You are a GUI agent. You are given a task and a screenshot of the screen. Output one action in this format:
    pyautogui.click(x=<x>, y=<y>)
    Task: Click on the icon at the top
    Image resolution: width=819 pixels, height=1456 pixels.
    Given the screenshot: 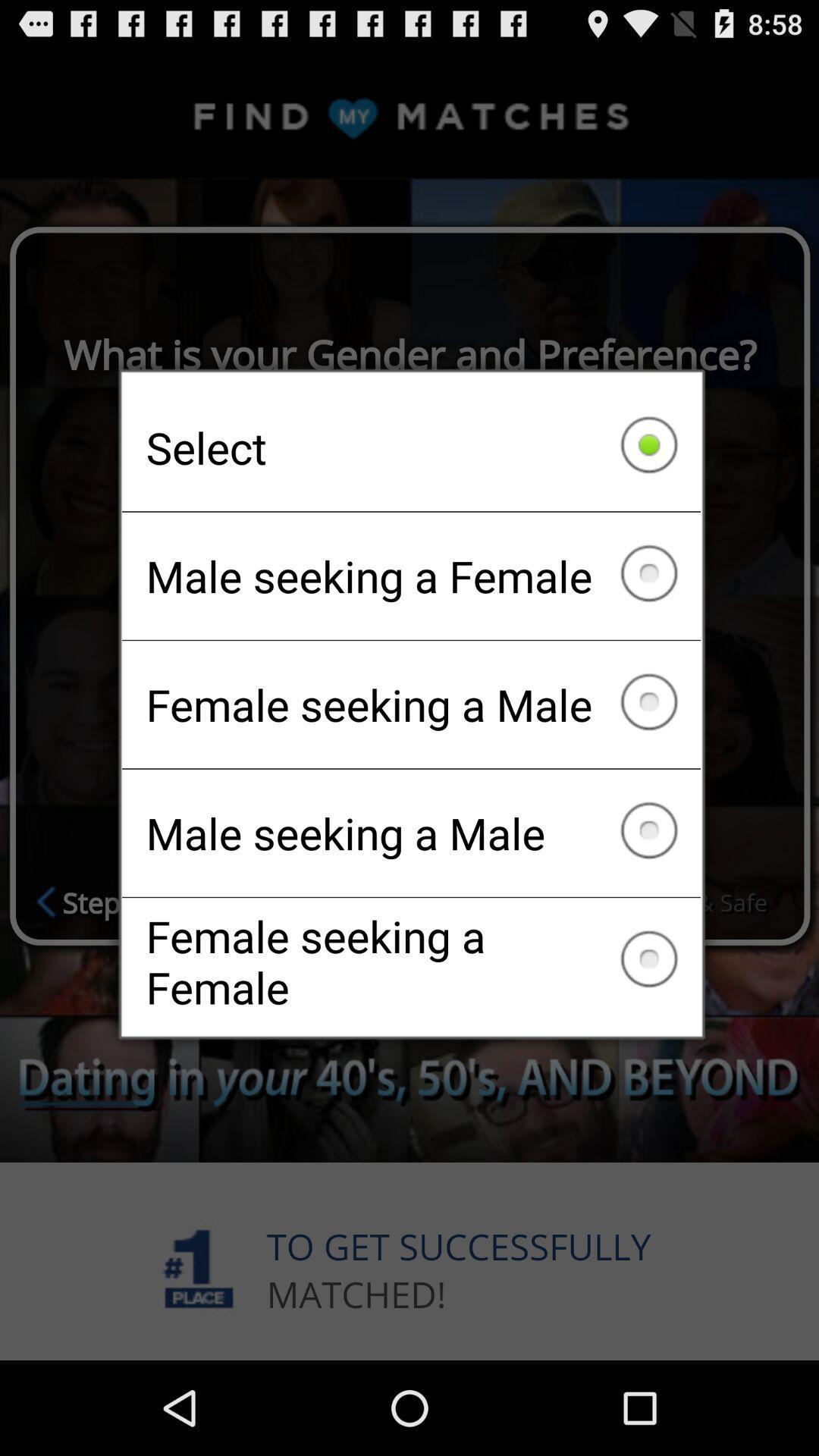 What is the action you would take?
    pyautogui.click(x=411, y=447)
    